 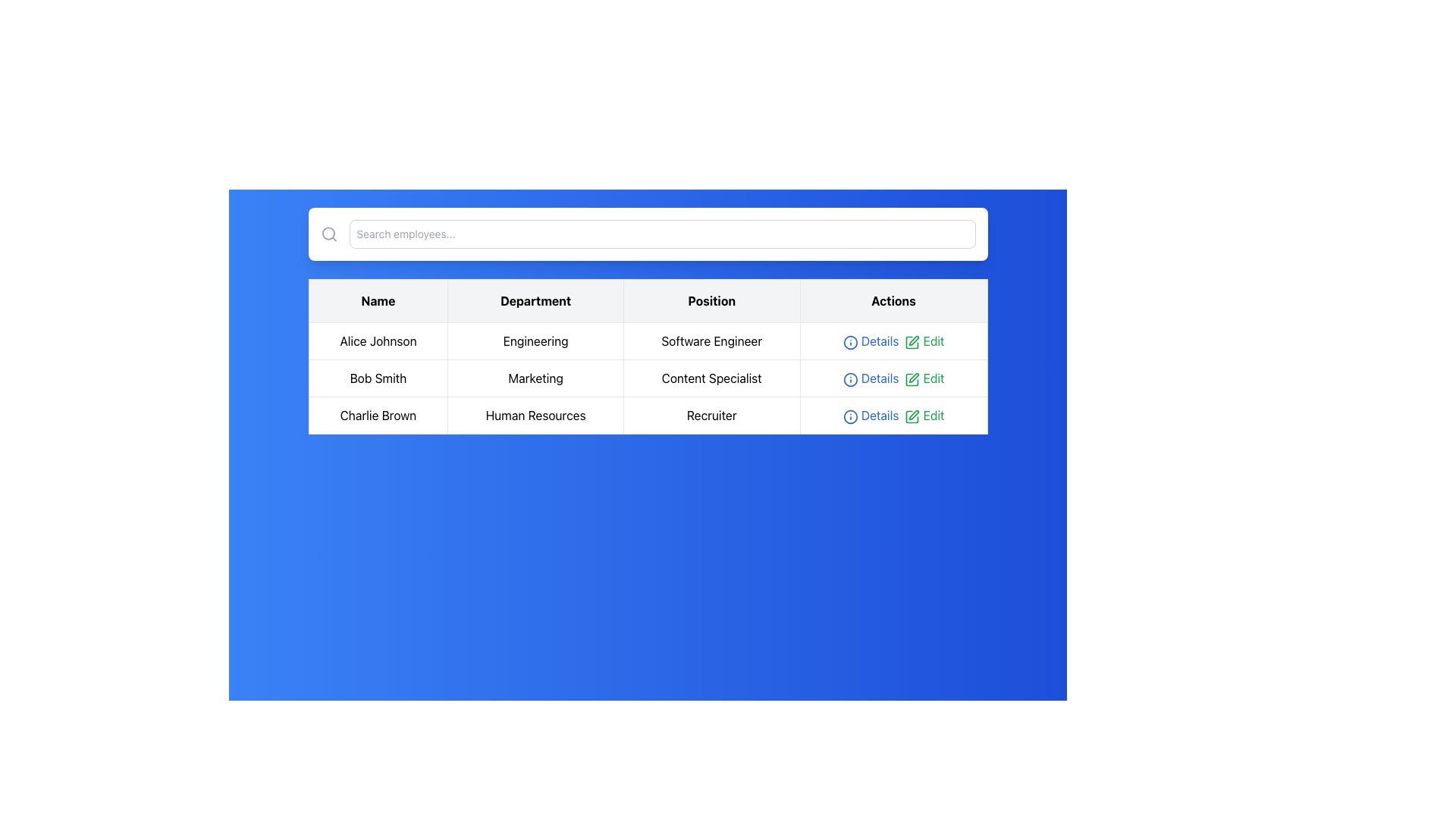 I want to click on keyboard navigation, so click(x=913, y=415).